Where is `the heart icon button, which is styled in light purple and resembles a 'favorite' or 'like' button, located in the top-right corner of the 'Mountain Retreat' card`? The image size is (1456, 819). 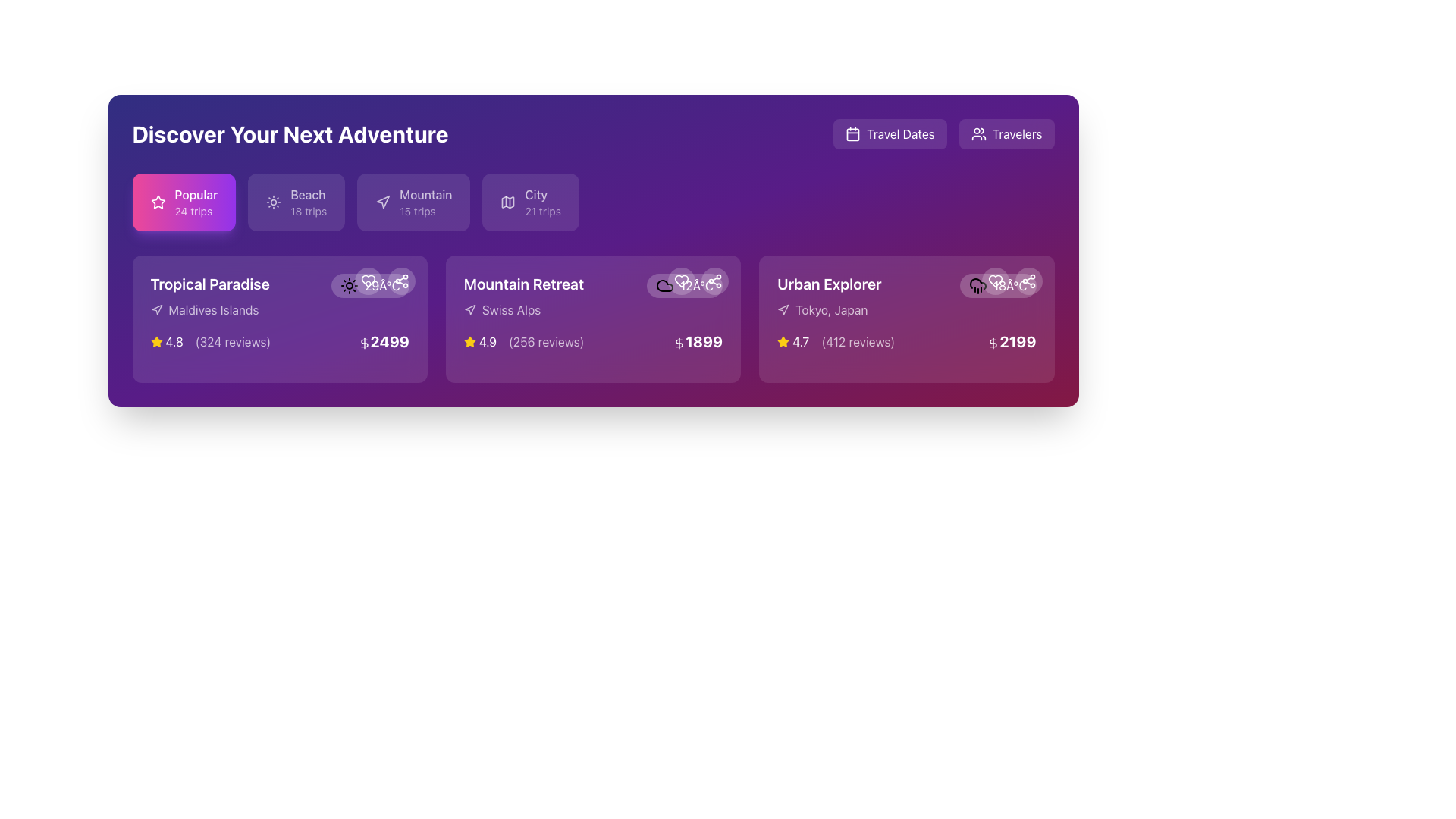
the heart icon button, which is styled in light purple and resembles a 'favorite' or 'like' button, located in the top-right corner of the 'Mountain Retreat' card is located at coordinates (681, 281).